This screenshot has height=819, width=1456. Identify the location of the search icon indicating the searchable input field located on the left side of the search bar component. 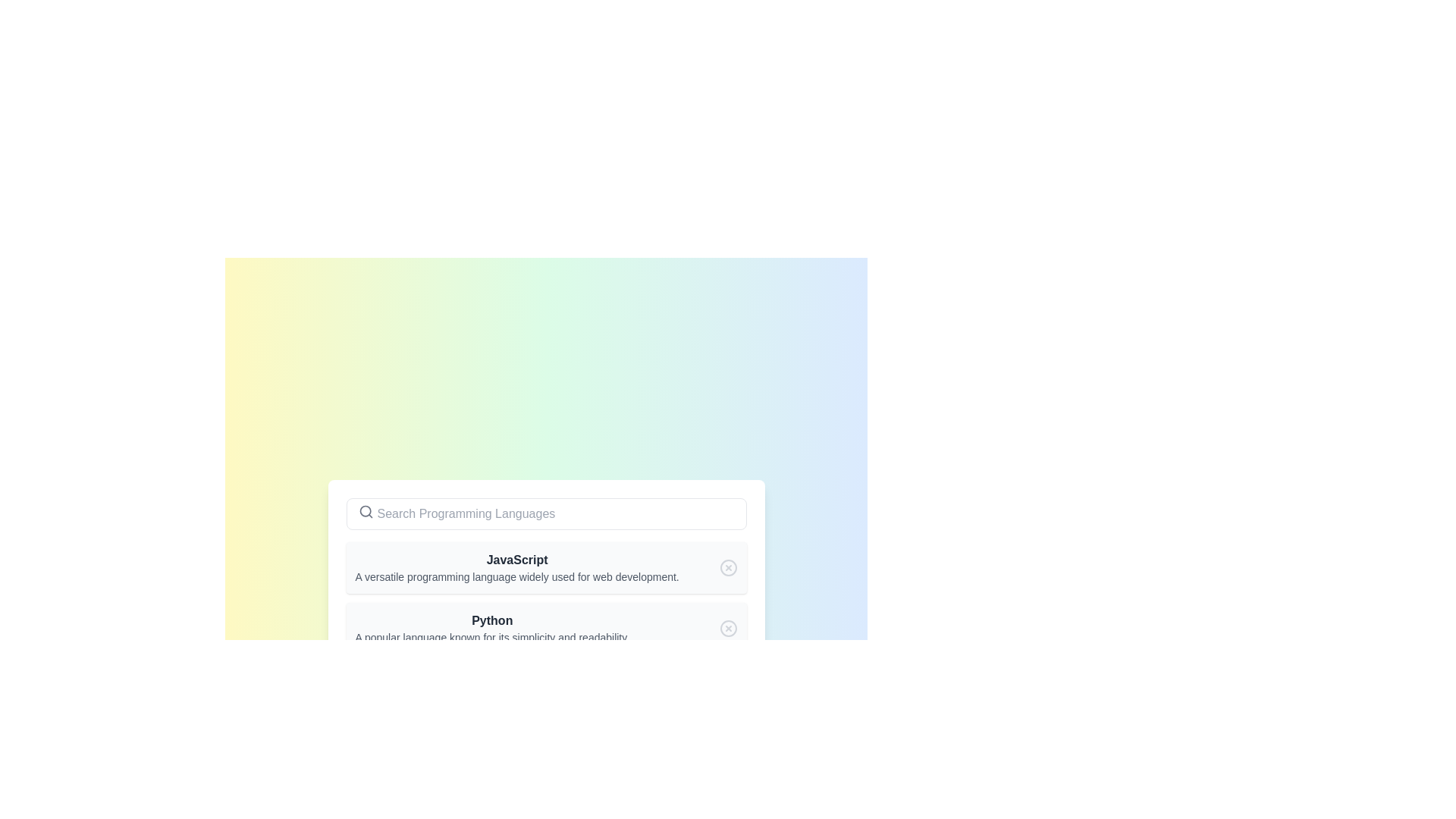
(366, 512).